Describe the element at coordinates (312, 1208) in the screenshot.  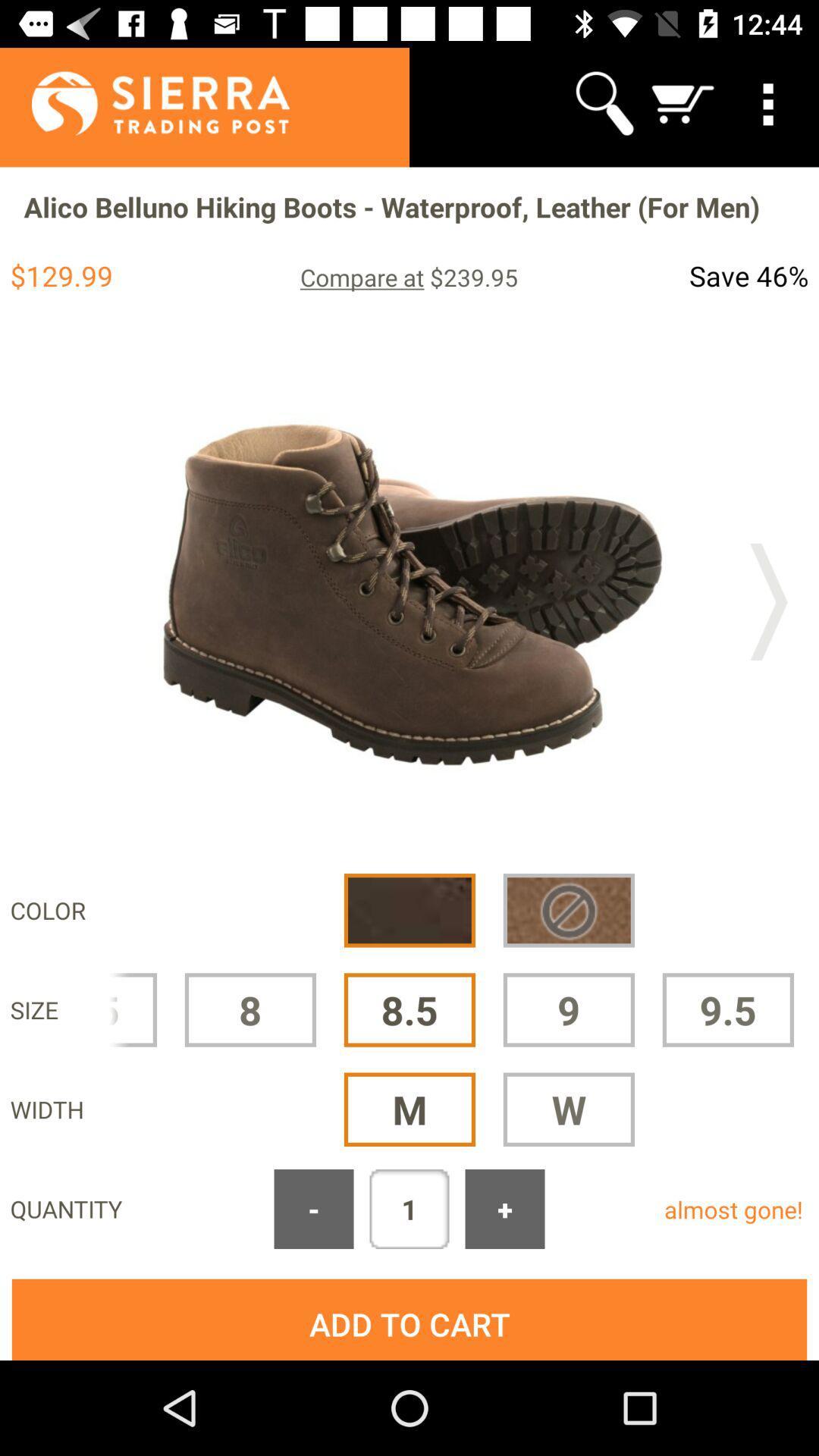
I see `- item` at that location.